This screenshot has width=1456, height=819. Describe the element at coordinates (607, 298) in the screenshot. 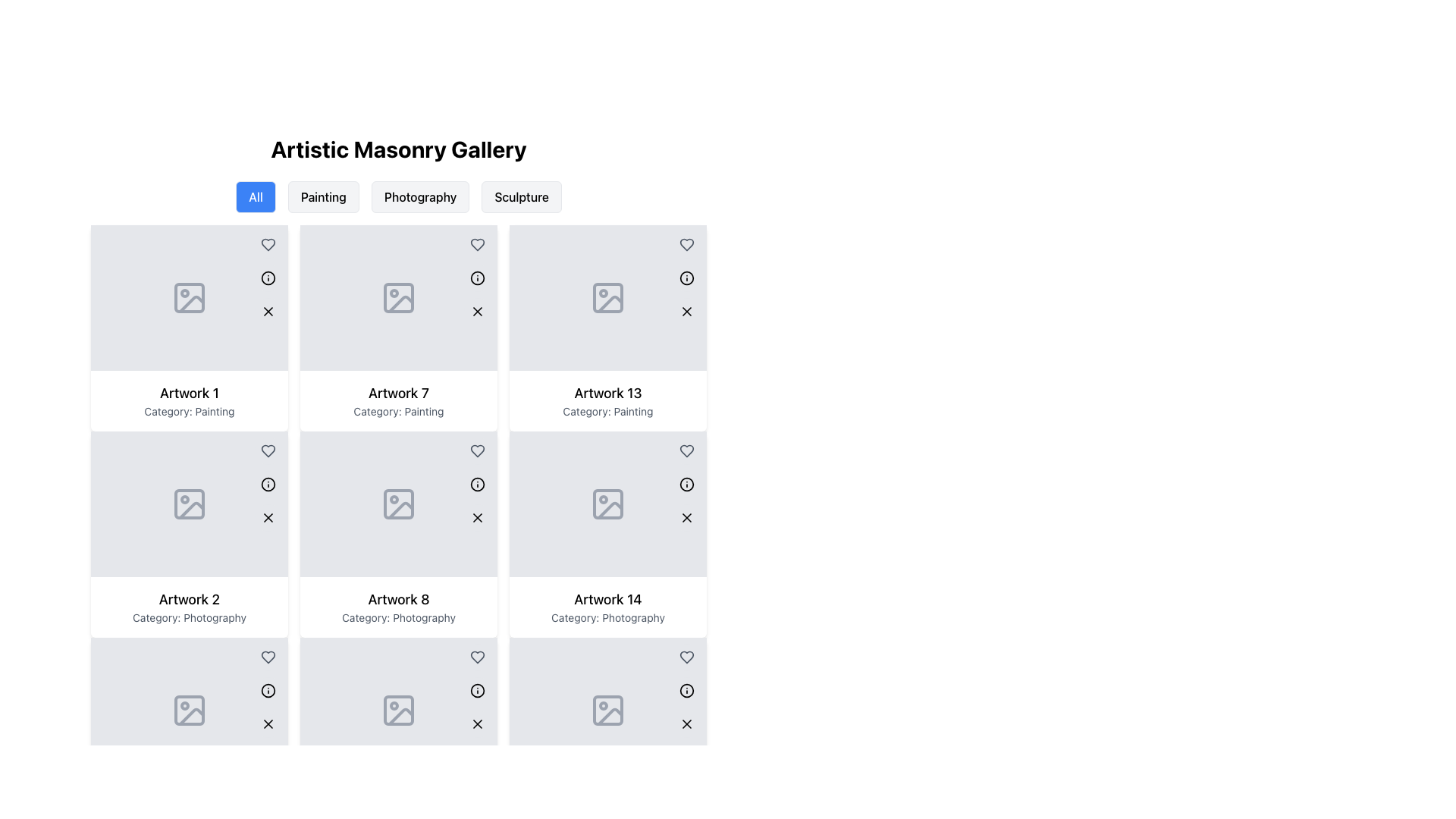

I see `the Image Placeholder located at the top-left corner inside the card labeled 'Artwork 13, Category: Painting,' which is the third card in the second row of the grid layout` at that location.